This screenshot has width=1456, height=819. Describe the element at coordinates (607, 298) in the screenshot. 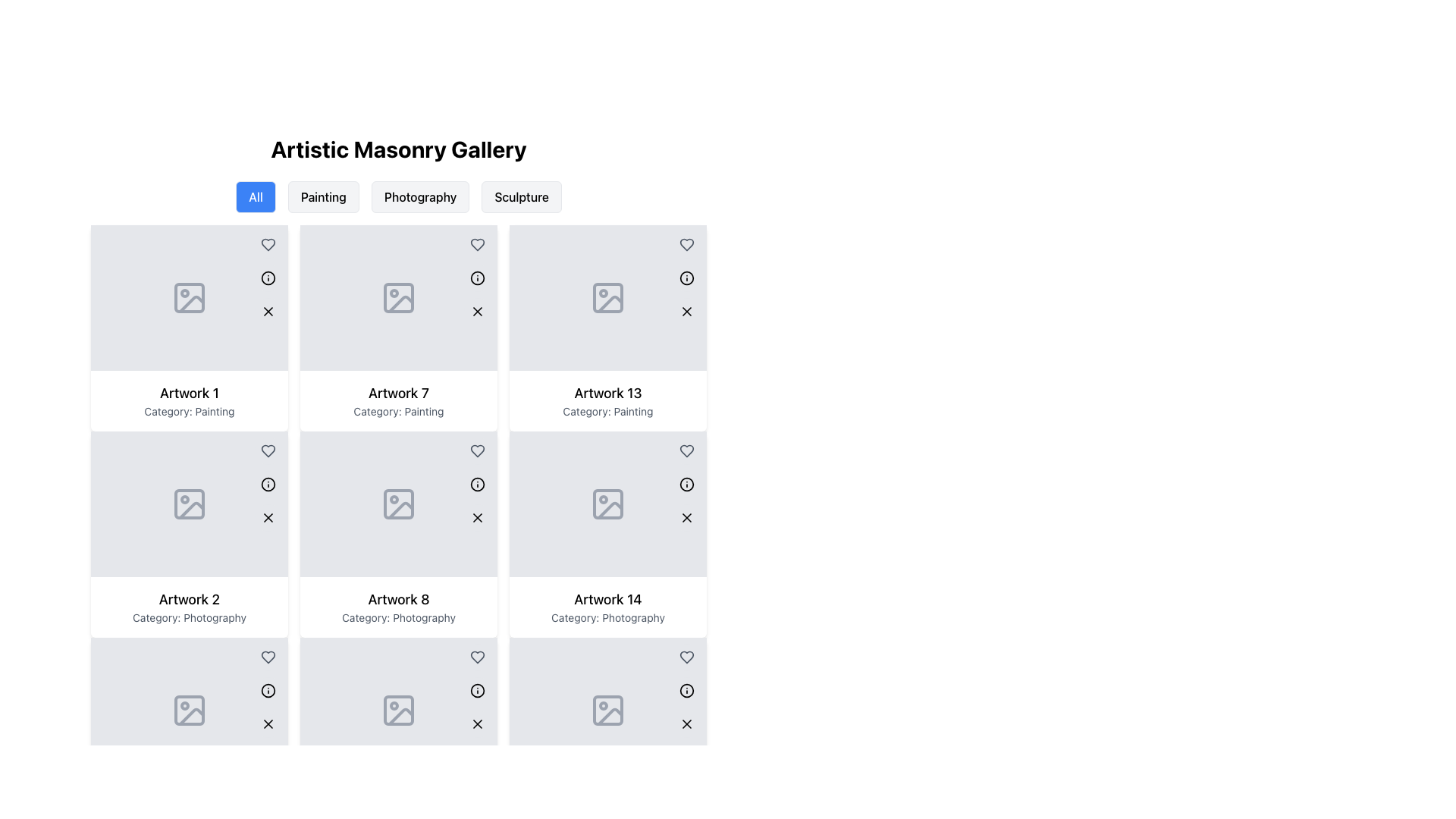

I see `the Image Placeholder located at the top-left corner inside the card labeled 'Artwork 13, Category: Painting,' which is the third card in the second row of the grid layout` at that location.